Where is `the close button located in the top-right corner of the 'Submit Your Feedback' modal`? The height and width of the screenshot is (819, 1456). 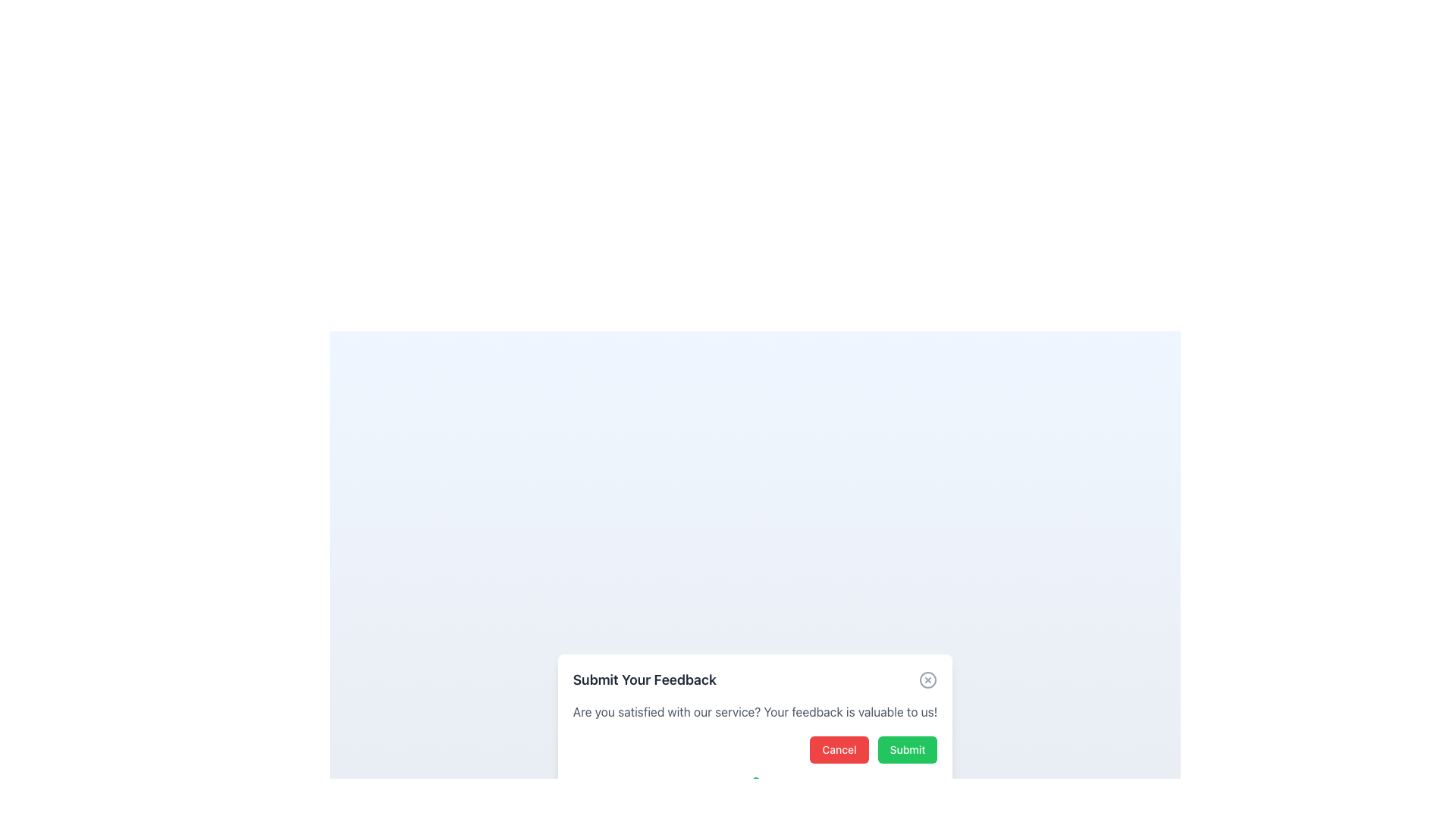
the close button located in the top-right corner of the 'Submit Your Feedback' modal is located at coordinates (927, 679).